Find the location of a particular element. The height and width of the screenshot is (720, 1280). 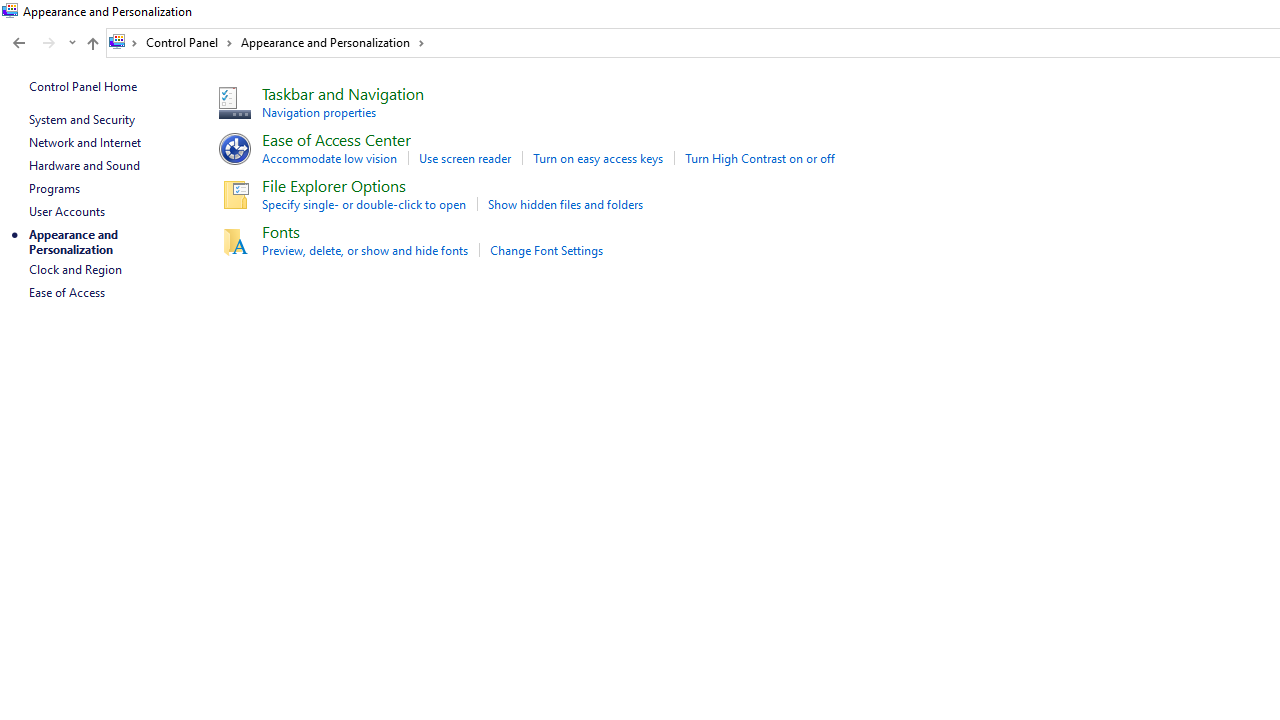

'Change Font Settings' is located at coordinates (546, 249).